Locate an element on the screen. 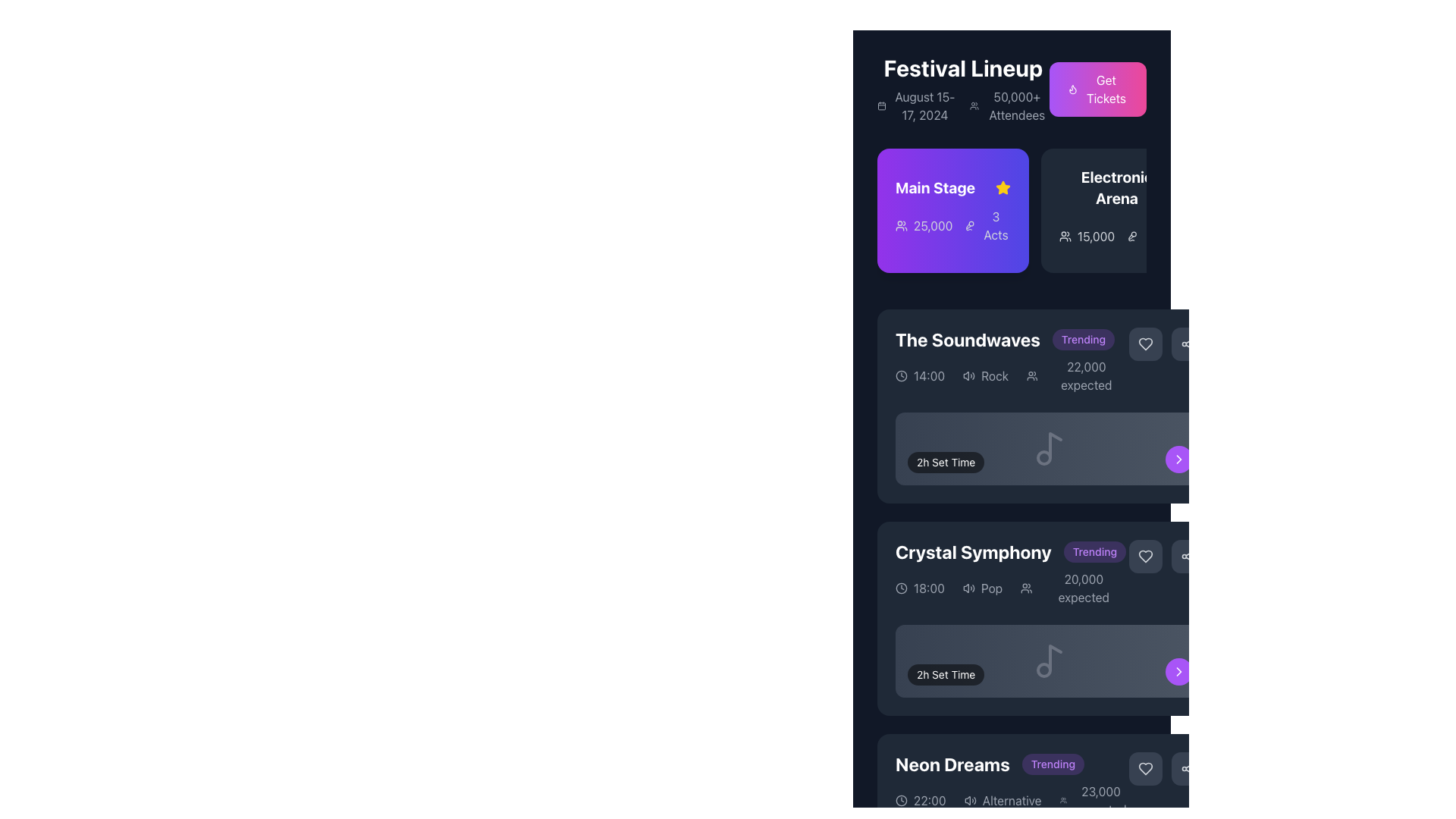  the text label within the button located in the top-right corner of the 'Festival Lineup' section is located at coordinates (1106, 89).